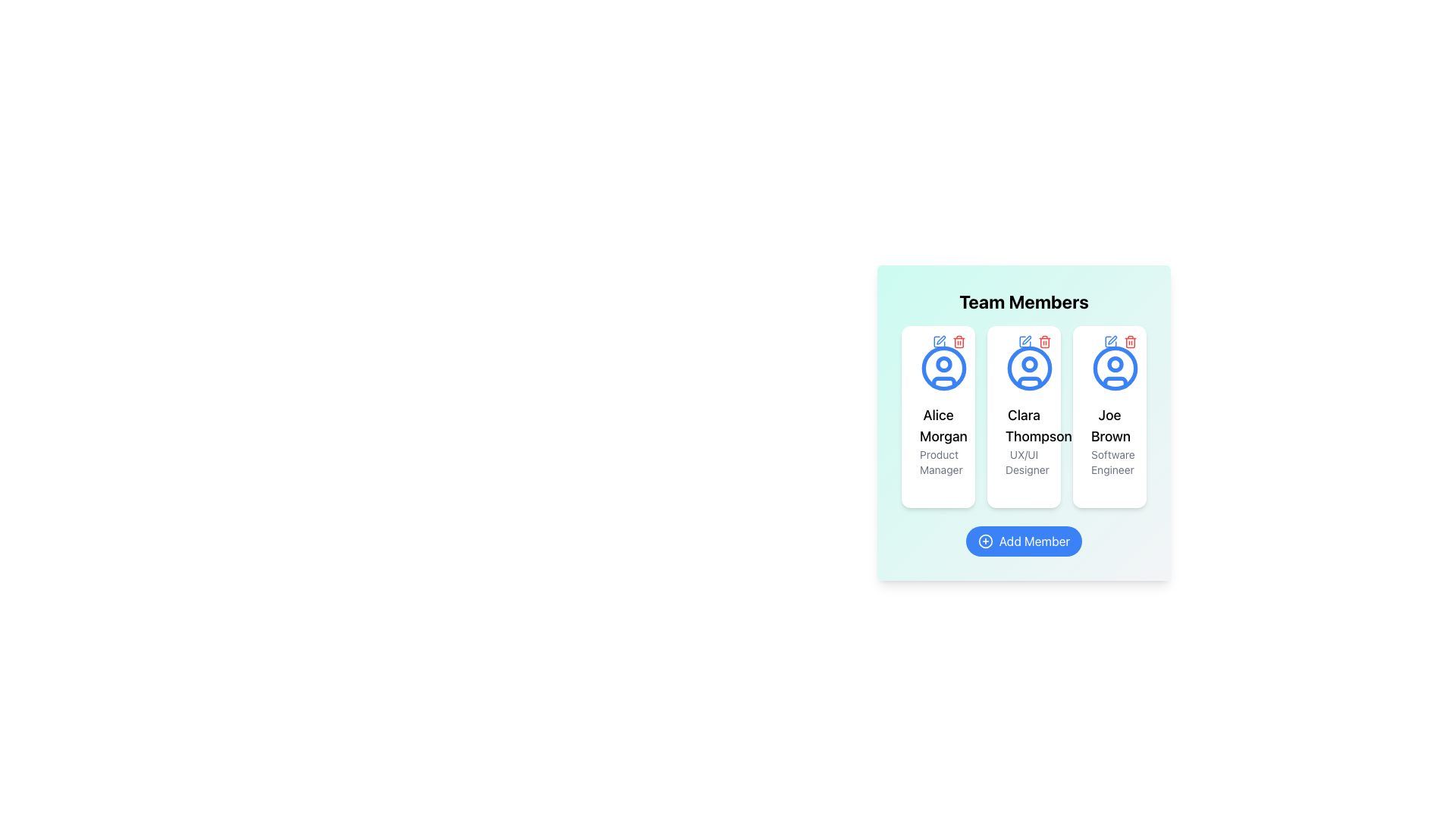 The width and height of the screenshot is (1456, 819). I want to click on the Pen-shaped SVG icon located in the top-right corner of the second user card, so click(1026, 338).